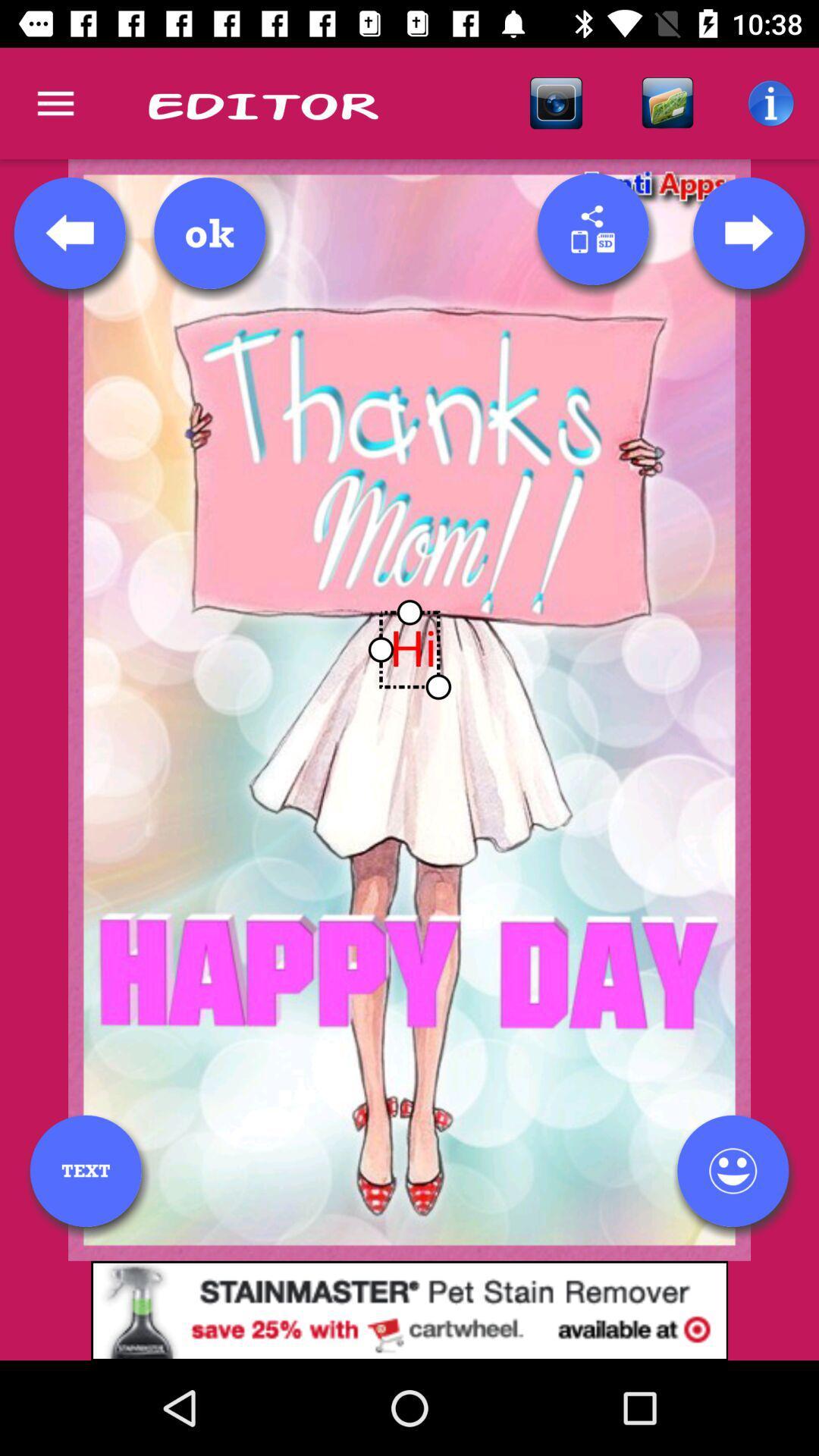  What do you see at coordinates (70, 232) in the screenshot?
I see `the arrow_backward icon` at bounding box center [70, 232].